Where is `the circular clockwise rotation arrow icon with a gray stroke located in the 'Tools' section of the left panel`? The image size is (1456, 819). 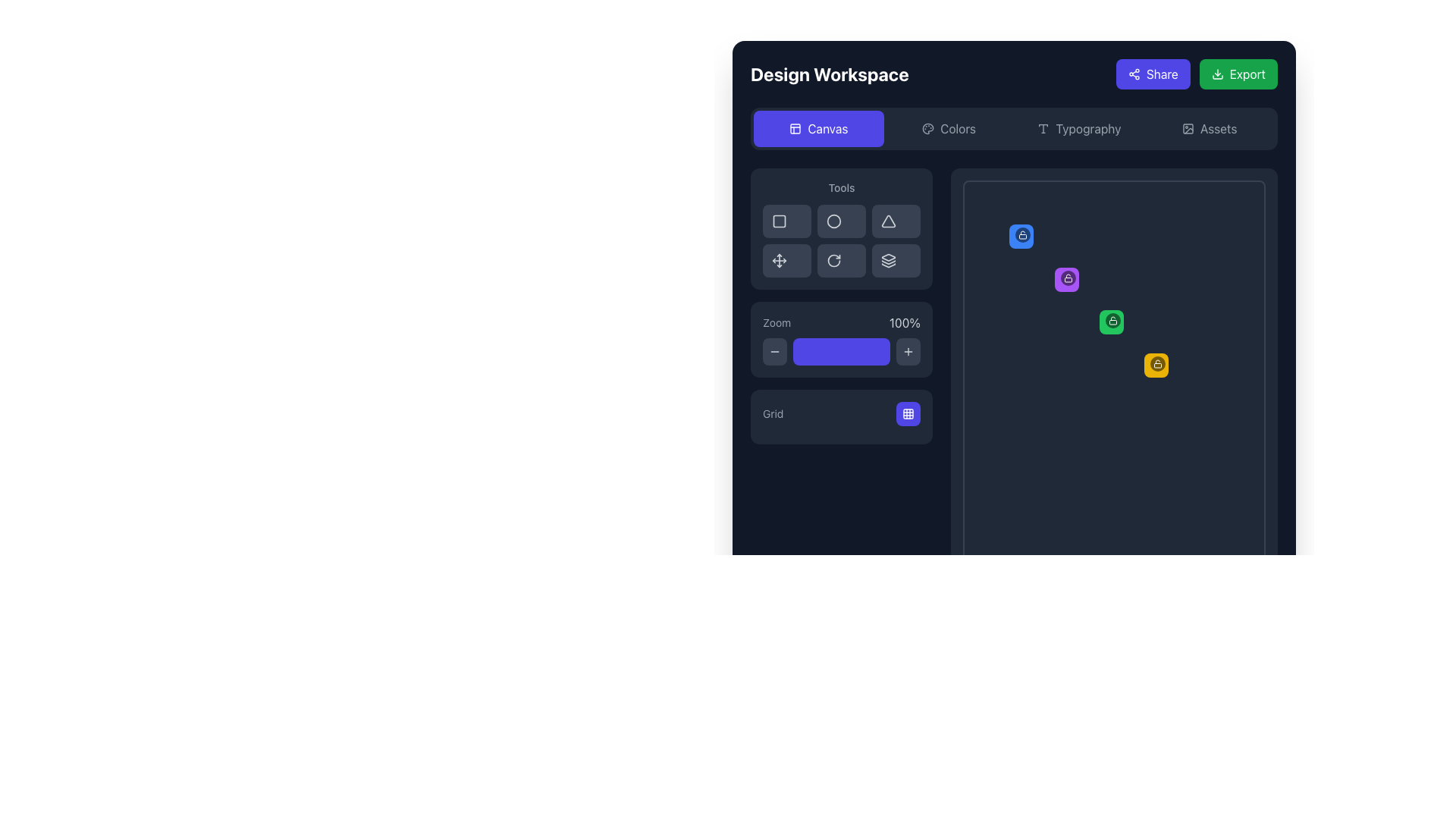 the circular clockwise rotation arrow icon with a gray stroke located in the 'Tools' section of the left panel is located at coordinates (833, 259).